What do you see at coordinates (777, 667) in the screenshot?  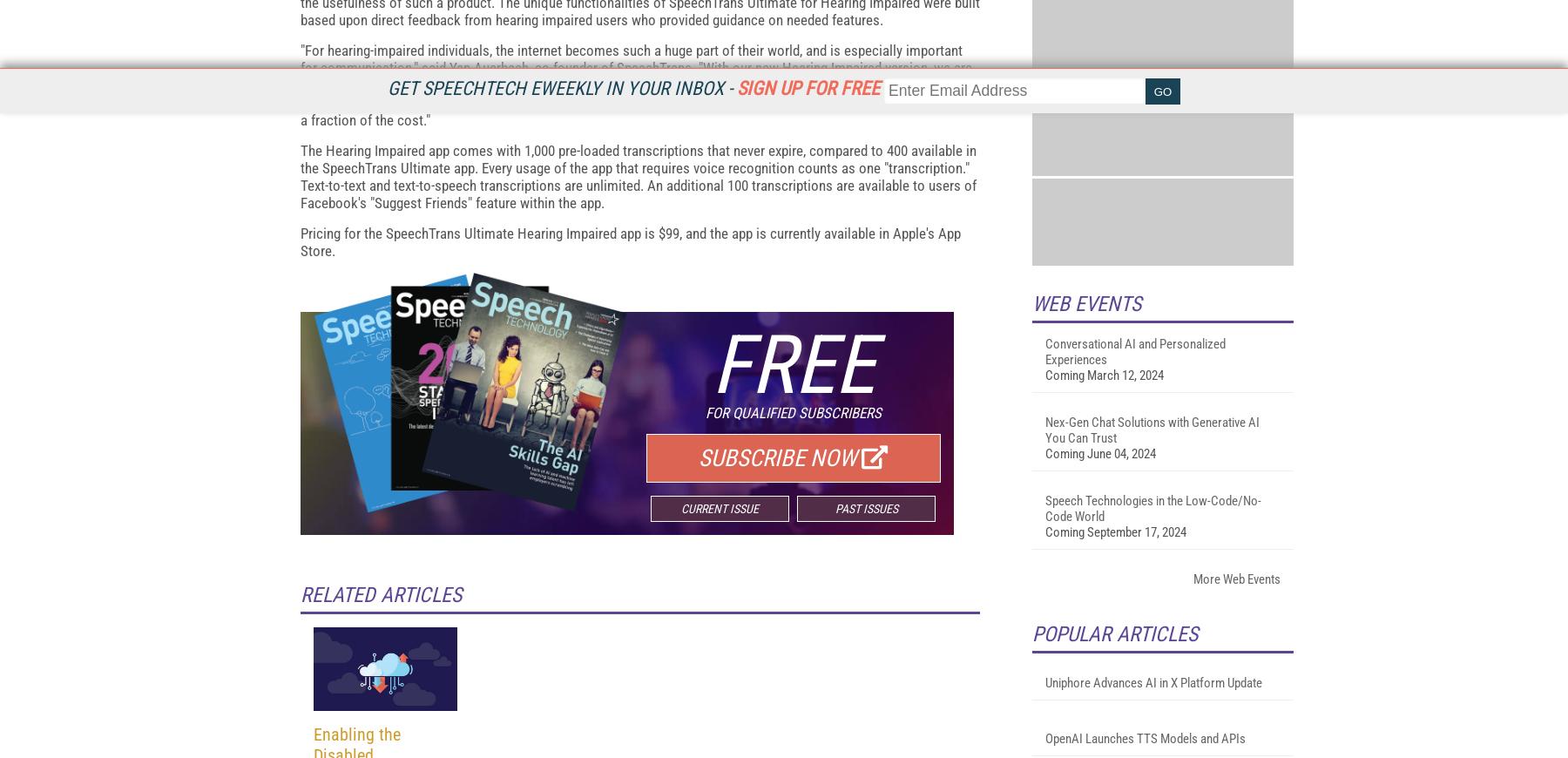 I see `'Subscribe Now'` at bounding box center [777, 667].